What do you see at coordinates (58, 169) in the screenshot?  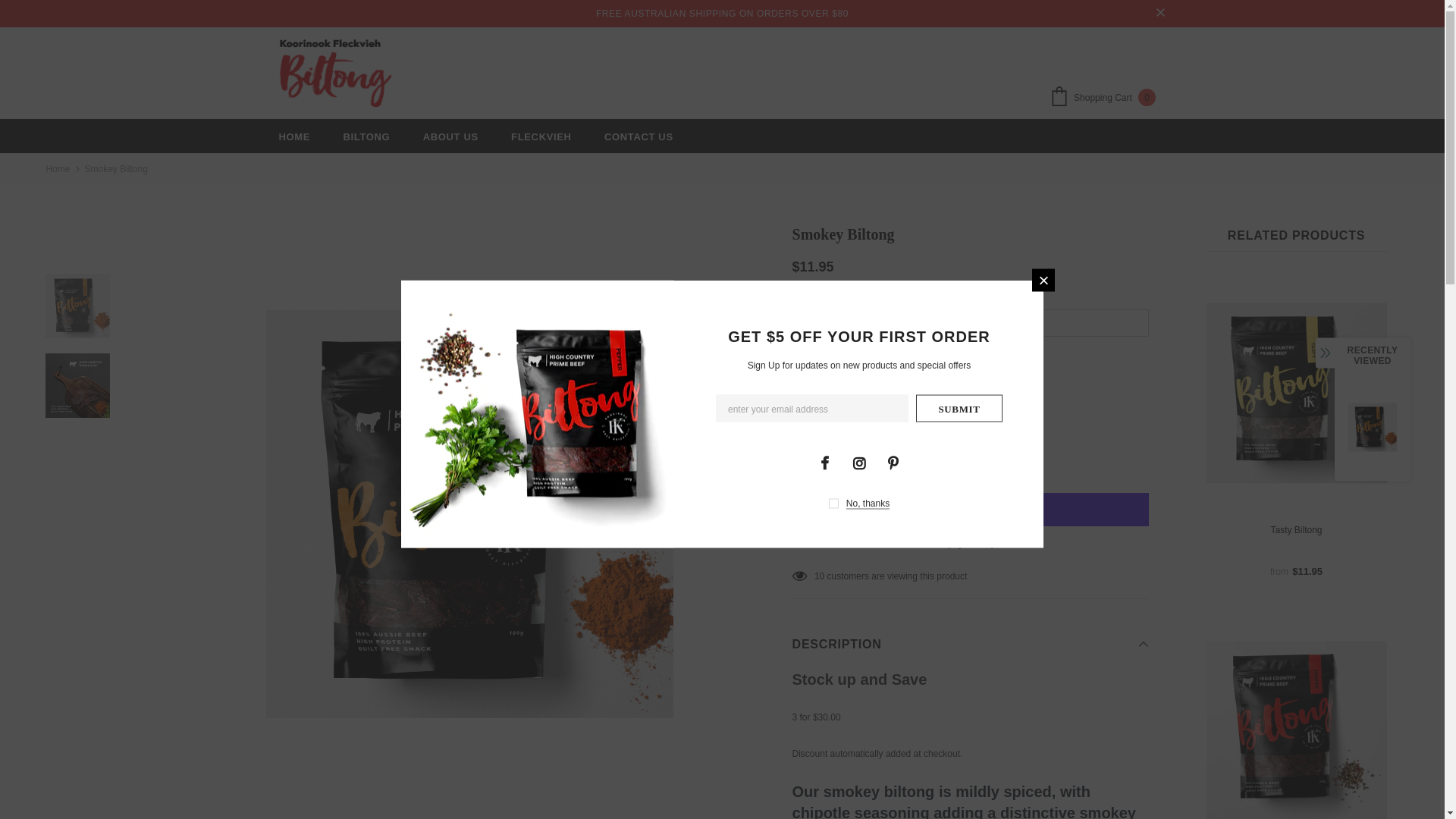 I see `'Home'` at bounding box center [58, 169].